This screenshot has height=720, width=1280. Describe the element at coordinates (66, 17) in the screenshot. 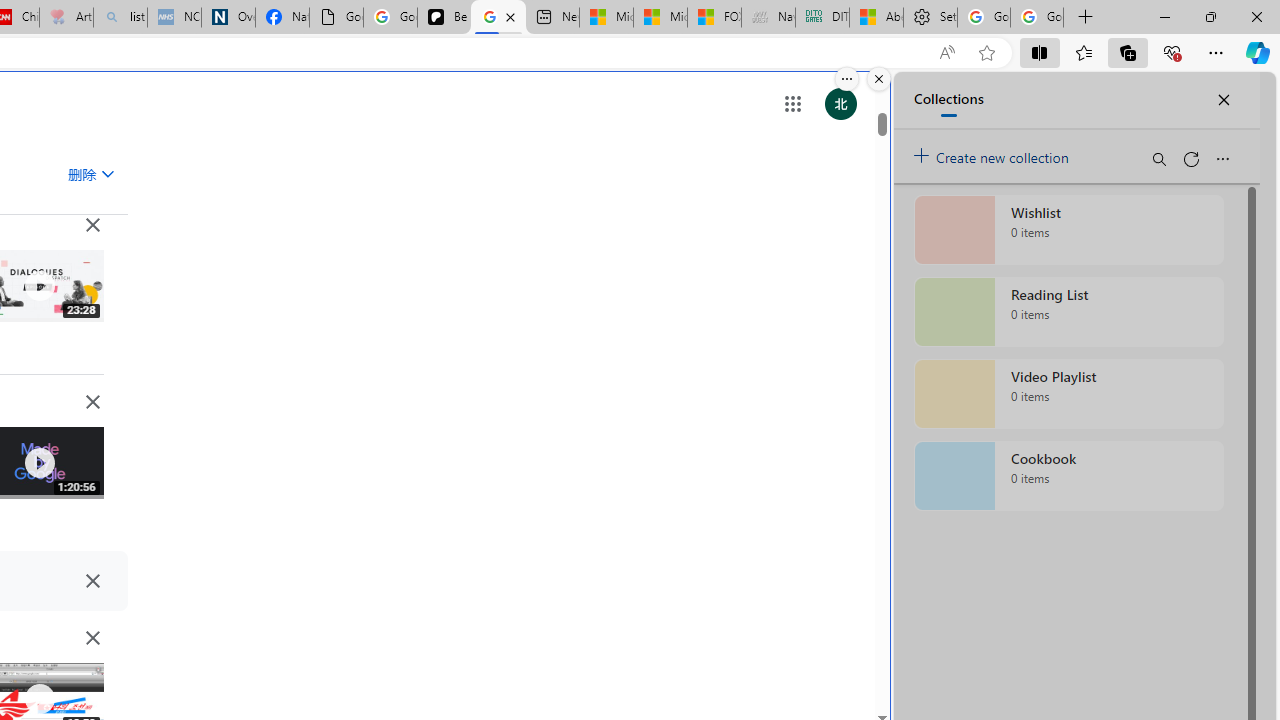

I see `'Arthritis: Ask Health Professionals - Sleeping'` at that location.